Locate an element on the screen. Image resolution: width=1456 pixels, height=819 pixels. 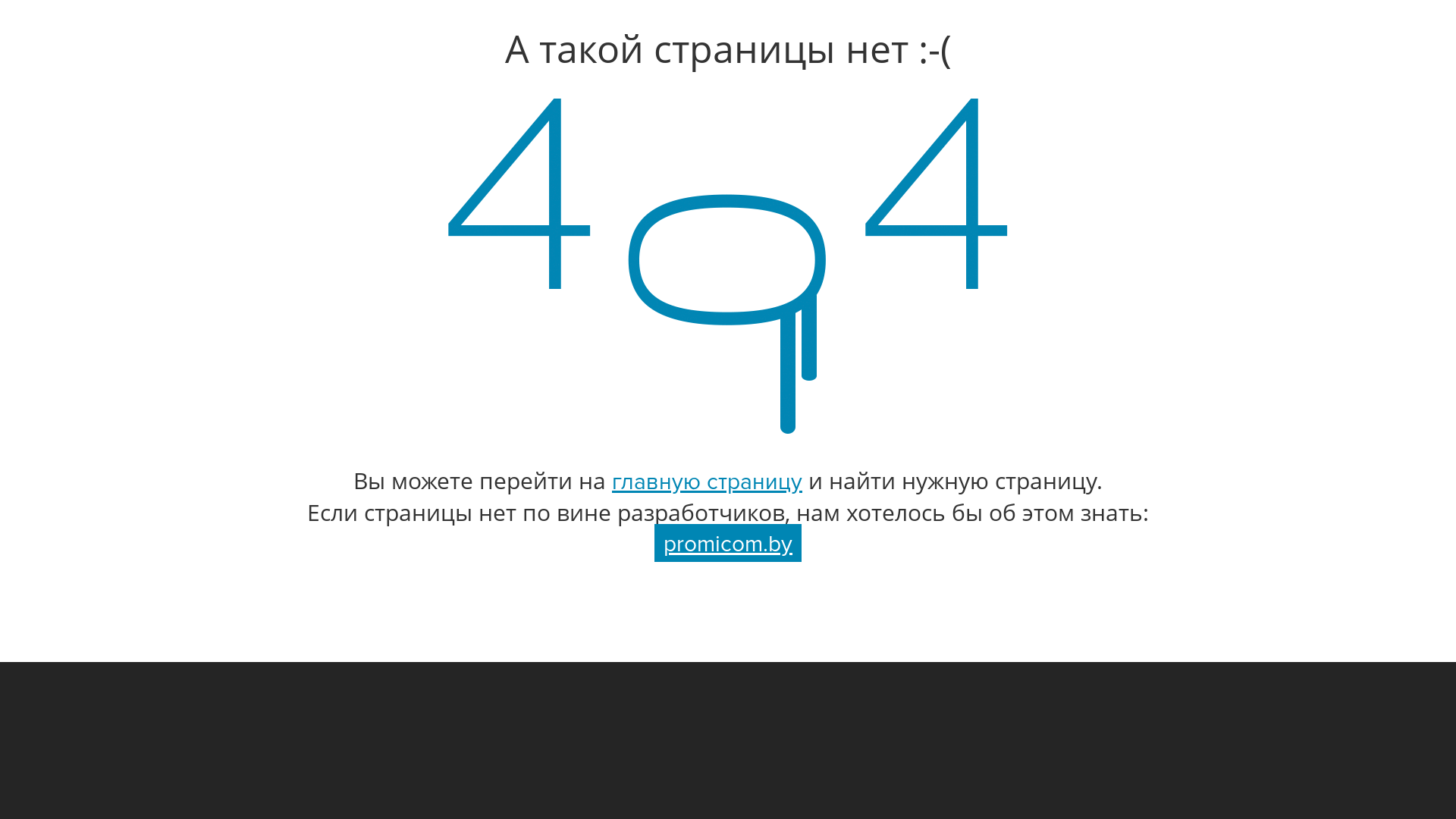
'promicom.by' is located at coordinates (728, 543).